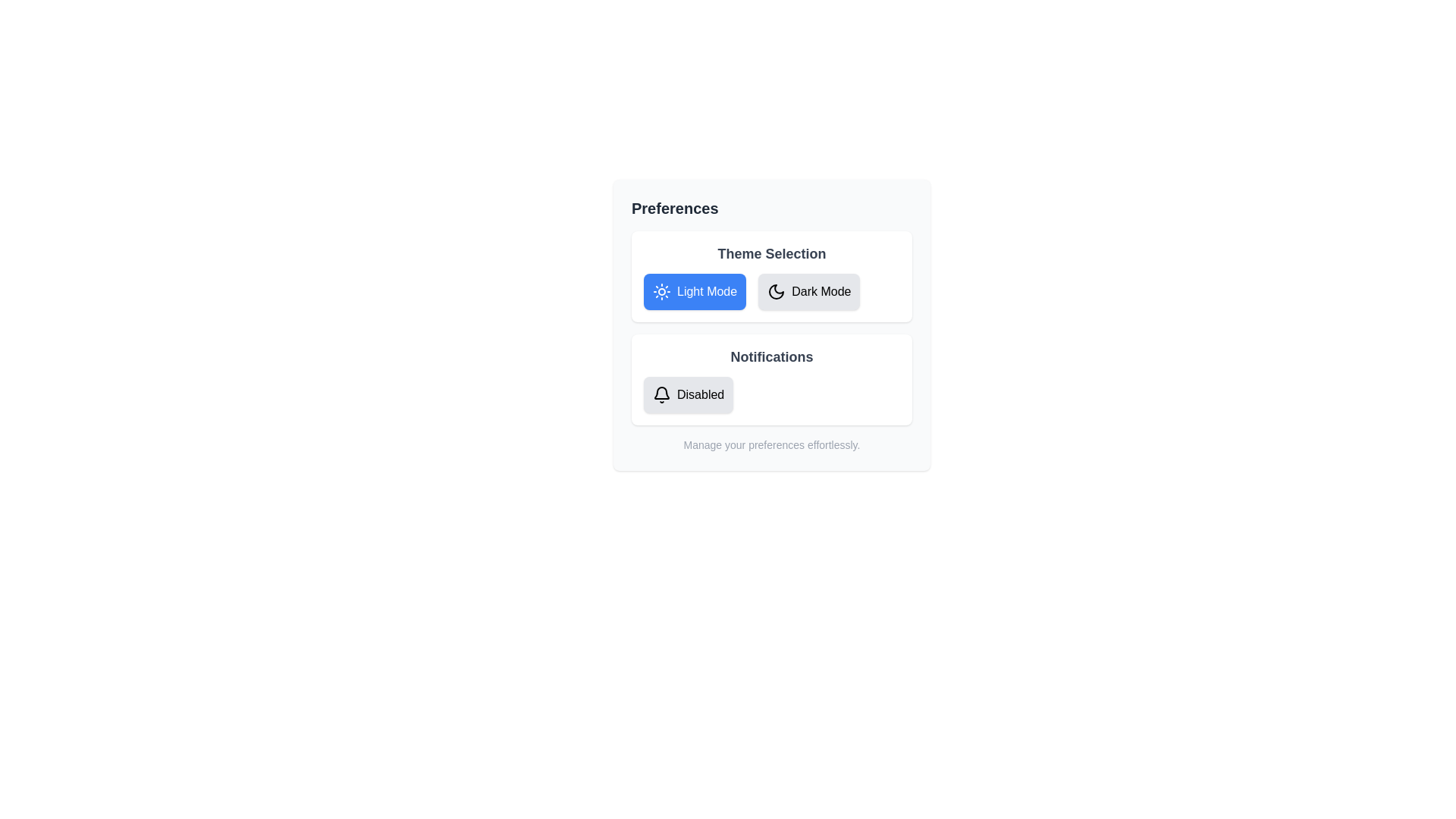 The height and width of the screenshot is (819, 1456). What do you see at coordinates (777, 292) in the screenshot?
I see `the Dark Mode button in the Theme Selection section` at bounding box center [777, 292].